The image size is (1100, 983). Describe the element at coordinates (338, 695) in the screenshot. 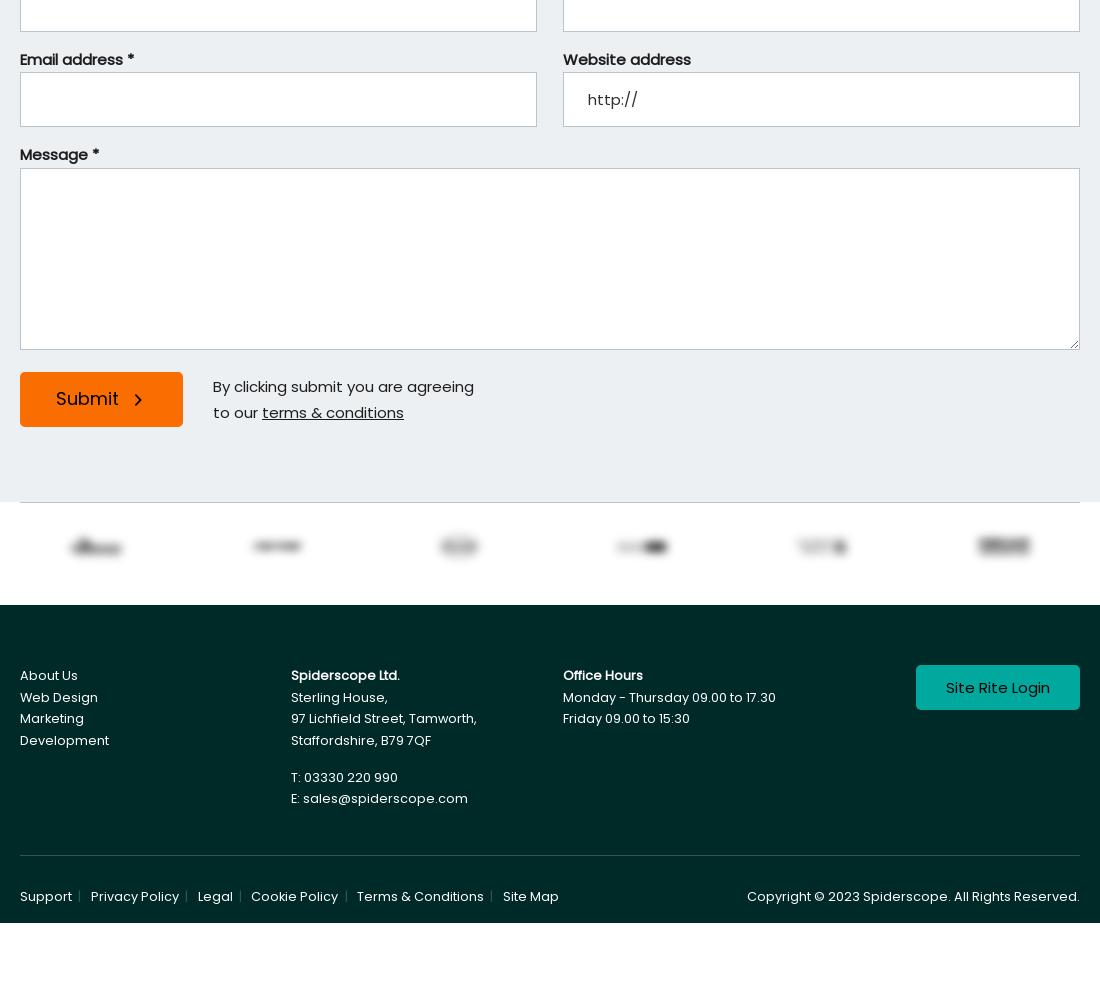

I see `'Sterling House,'` at that location.